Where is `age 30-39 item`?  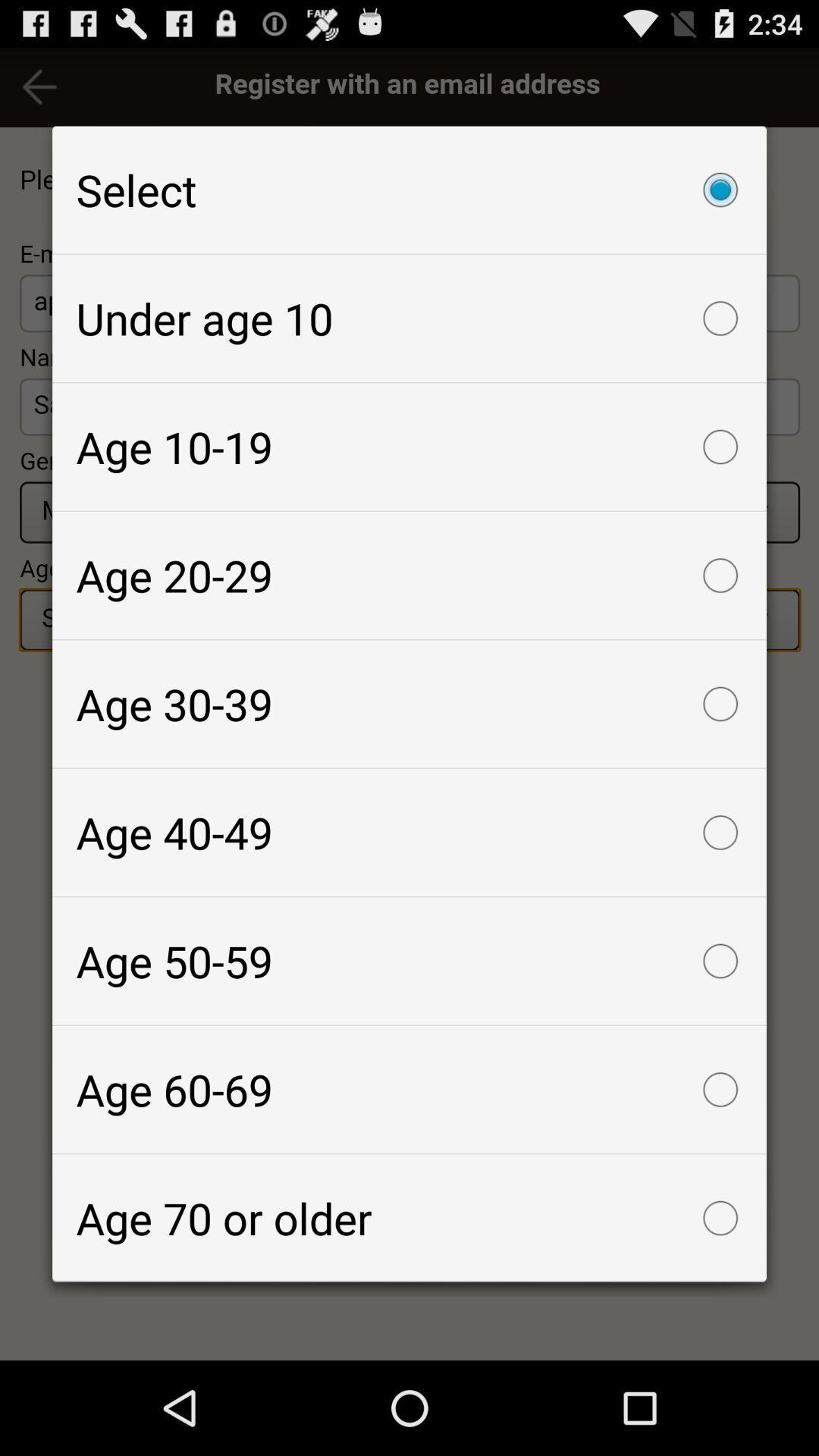
age 30-39 item is located at coordinates (409, 703).